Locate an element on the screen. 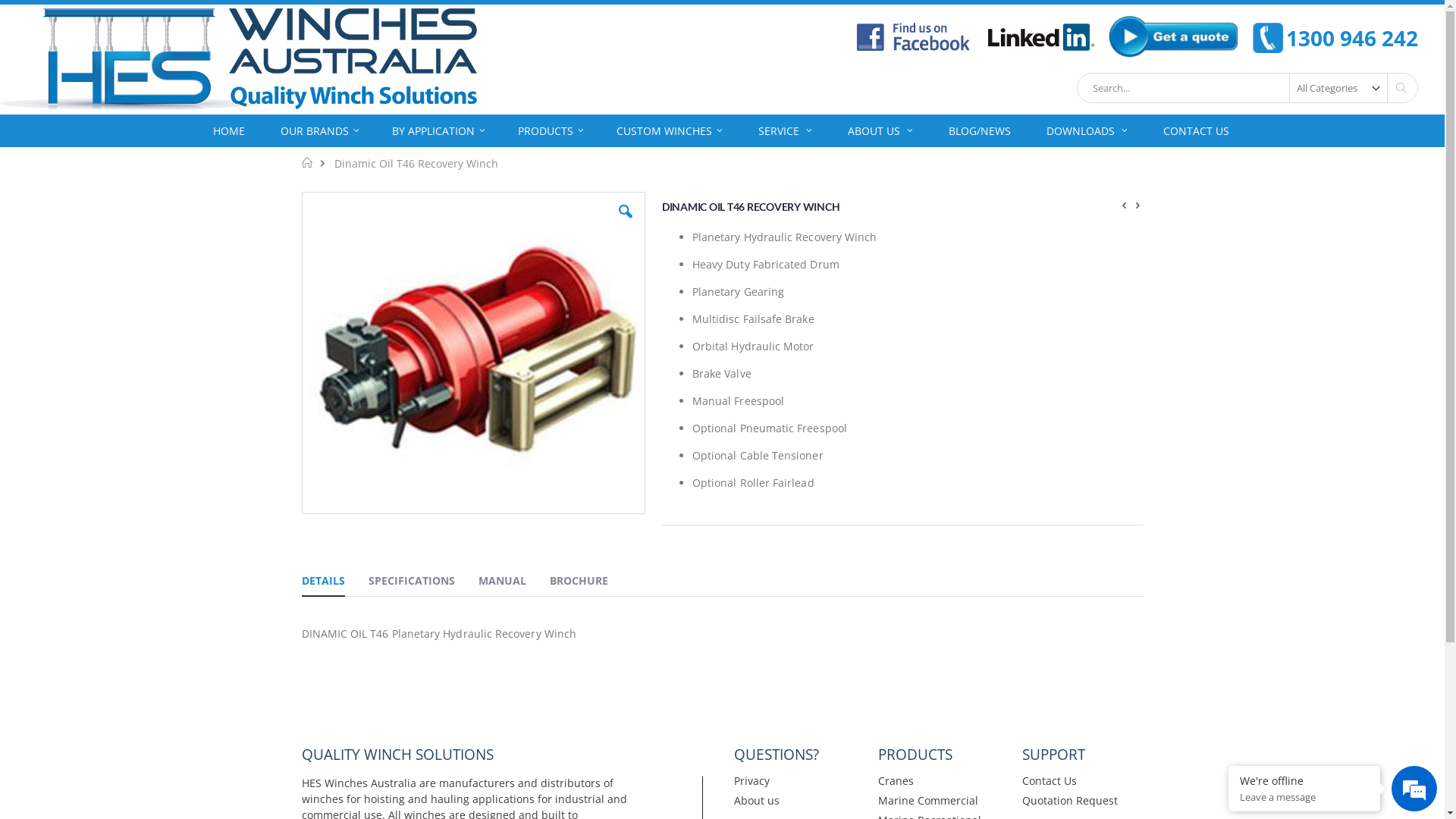 Image resolution: width=1456 pixels, height=819 pixels. 'SPECIFICATIONS' is located at coordinates (411, 582).